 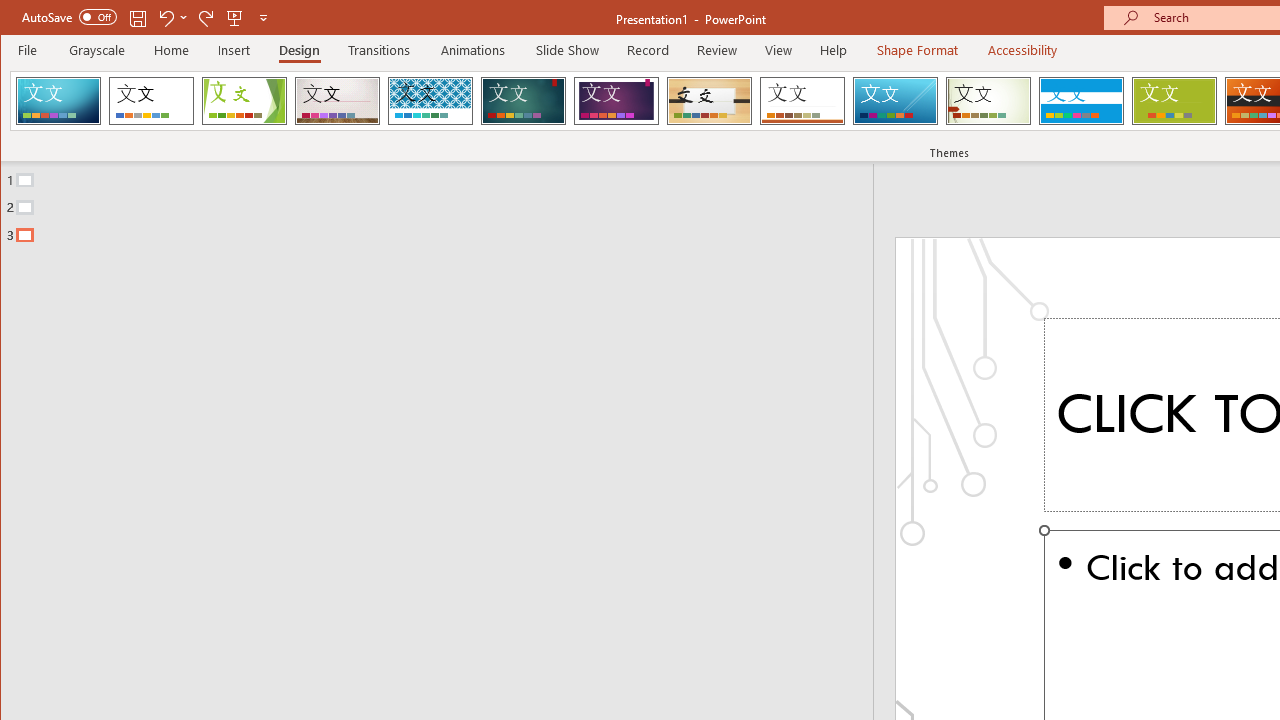 I want to click on 'Gallery', so click(x=337, y=100).